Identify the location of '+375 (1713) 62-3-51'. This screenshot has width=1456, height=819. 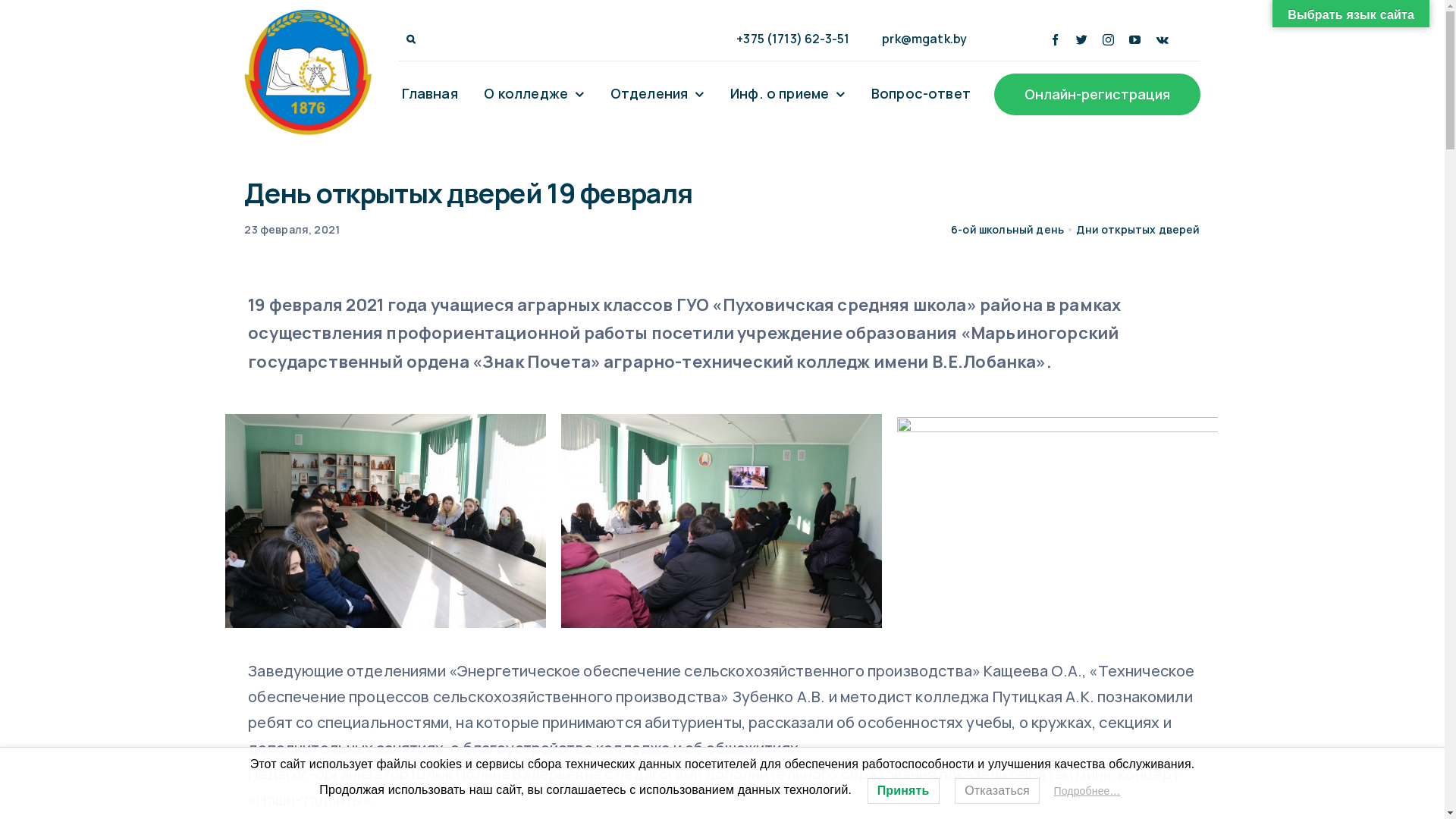
(786, 38).